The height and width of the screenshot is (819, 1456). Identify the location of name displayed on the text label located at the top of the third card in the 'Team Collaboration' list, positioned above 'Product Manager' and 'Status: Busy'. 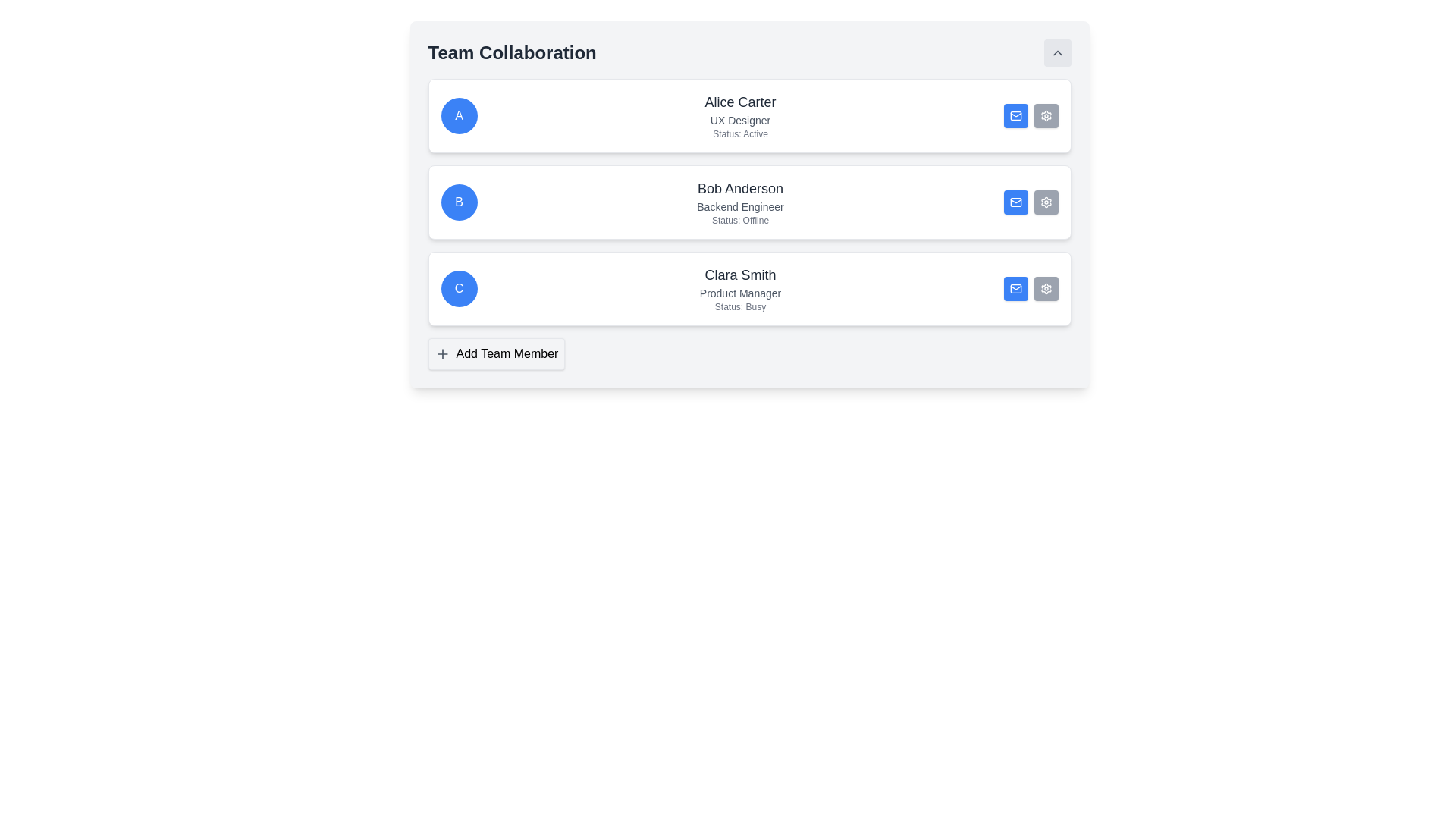
(740, 275).